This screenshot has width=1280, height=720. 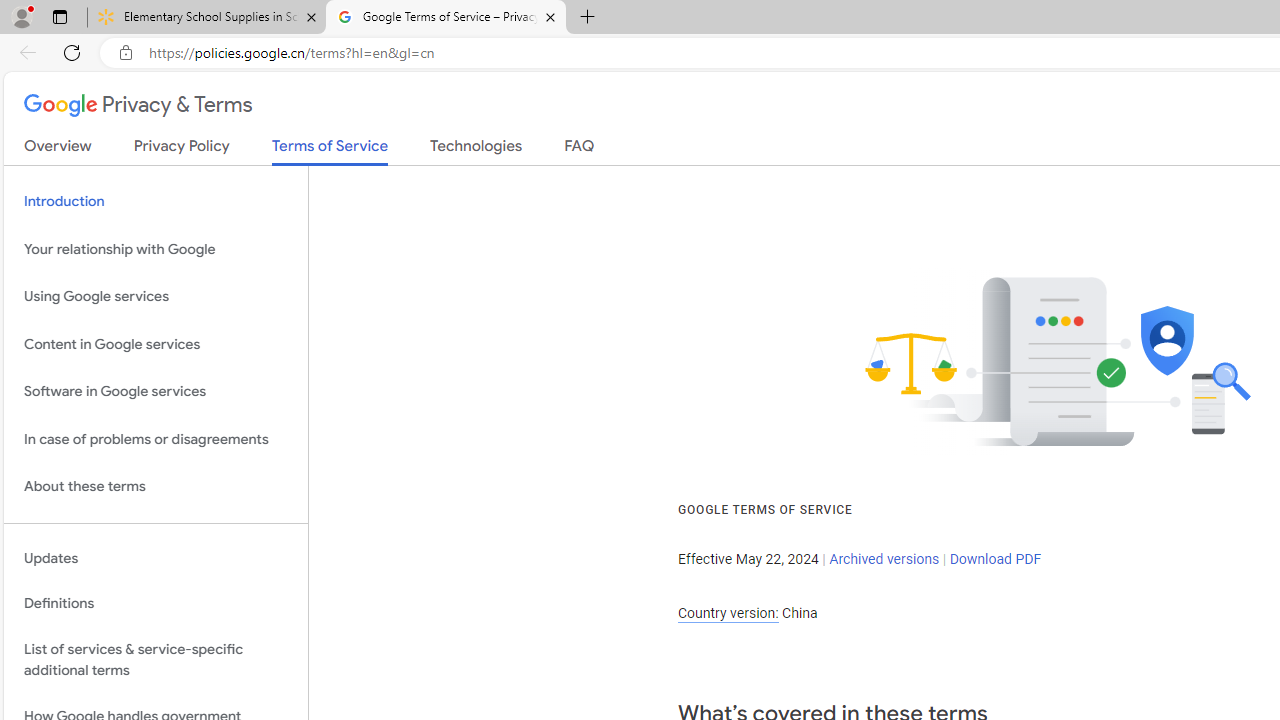 I want to click on 'FAQ', so click(x=578, y=149).